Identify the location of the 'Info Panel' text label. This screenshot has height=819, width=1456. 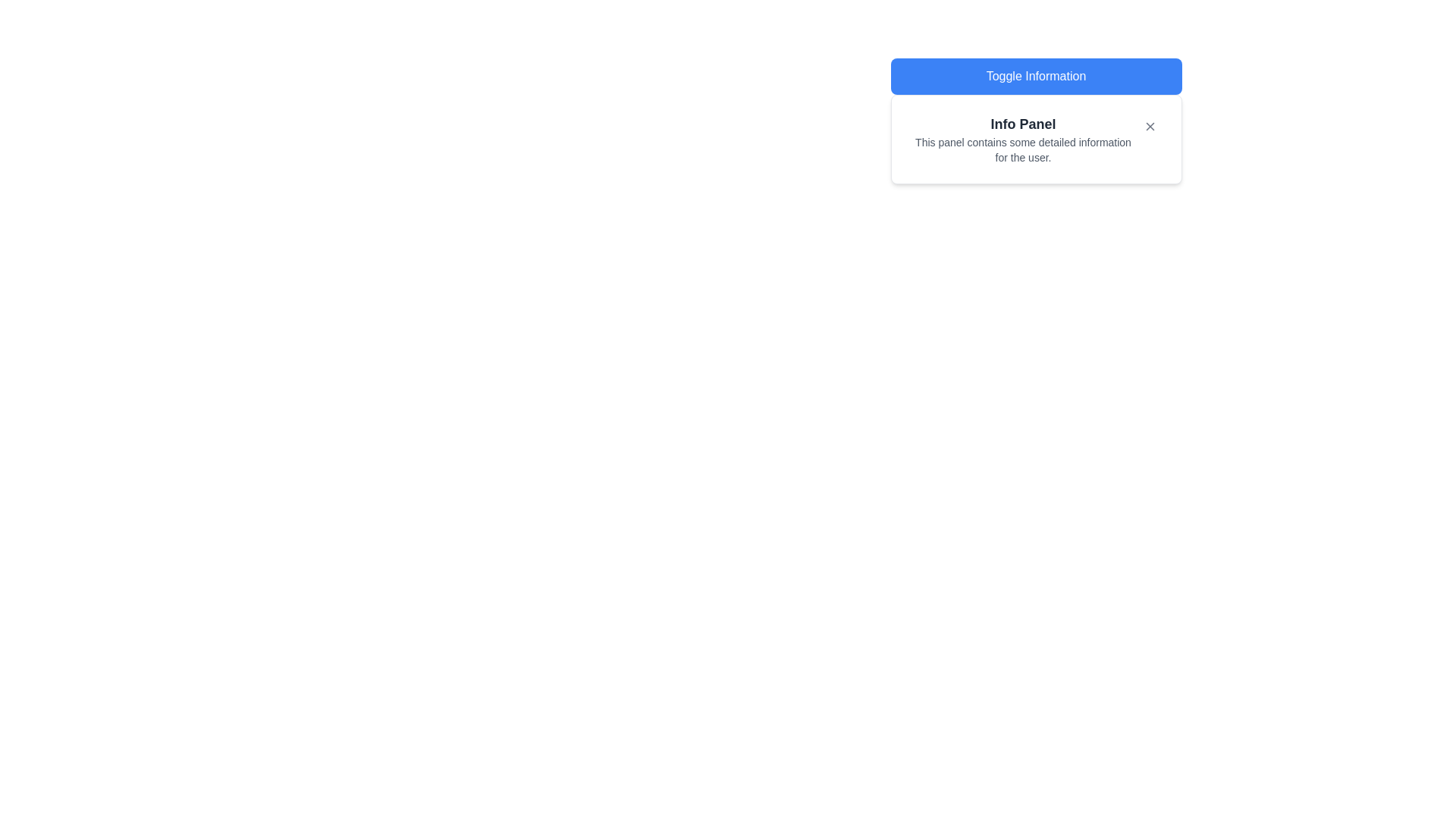
(1023, 124).